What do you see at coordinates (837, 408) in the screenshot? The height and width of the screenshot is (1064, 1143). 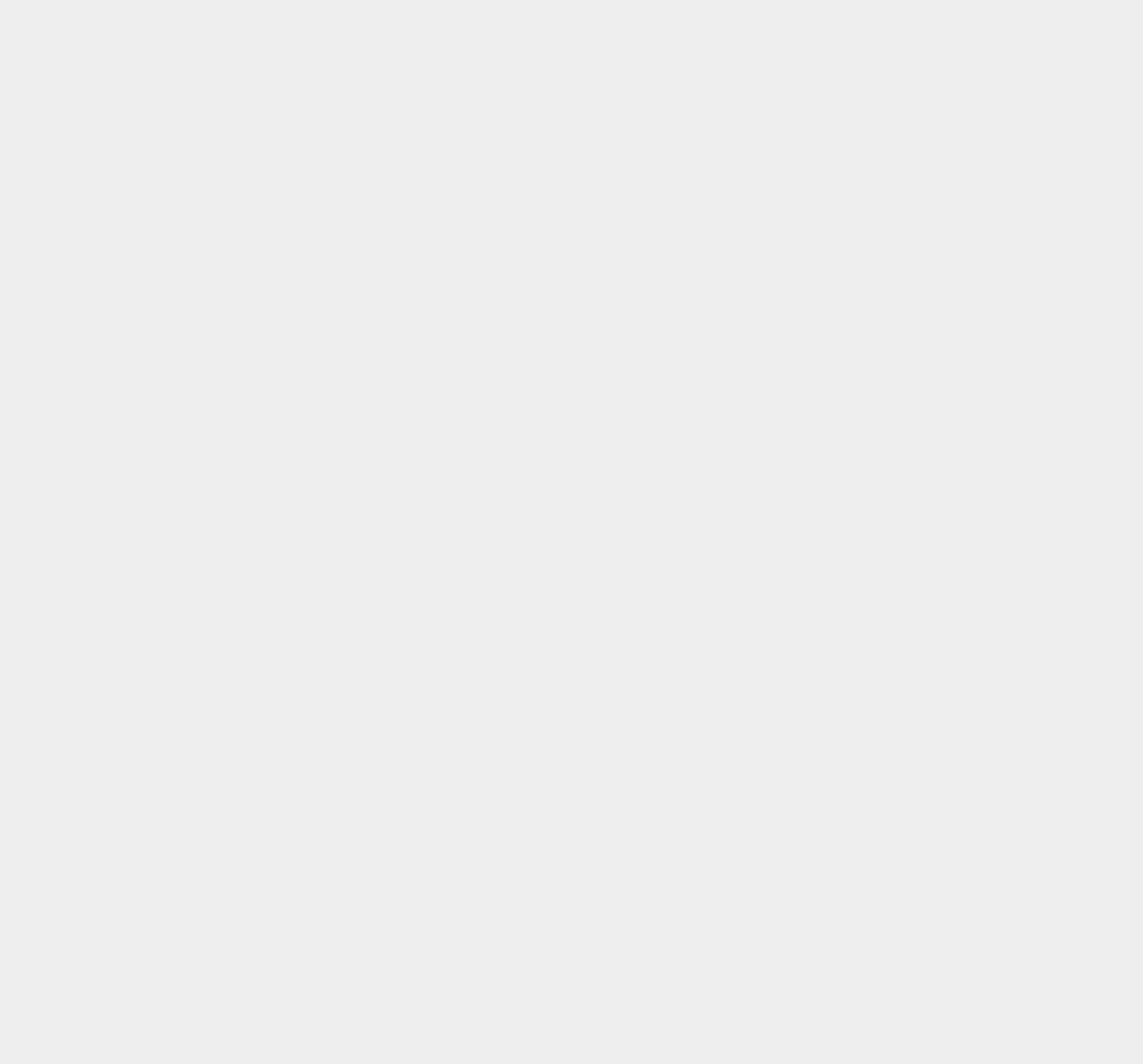 I see `'Bluetooth'` at bounding box center [837, 408].